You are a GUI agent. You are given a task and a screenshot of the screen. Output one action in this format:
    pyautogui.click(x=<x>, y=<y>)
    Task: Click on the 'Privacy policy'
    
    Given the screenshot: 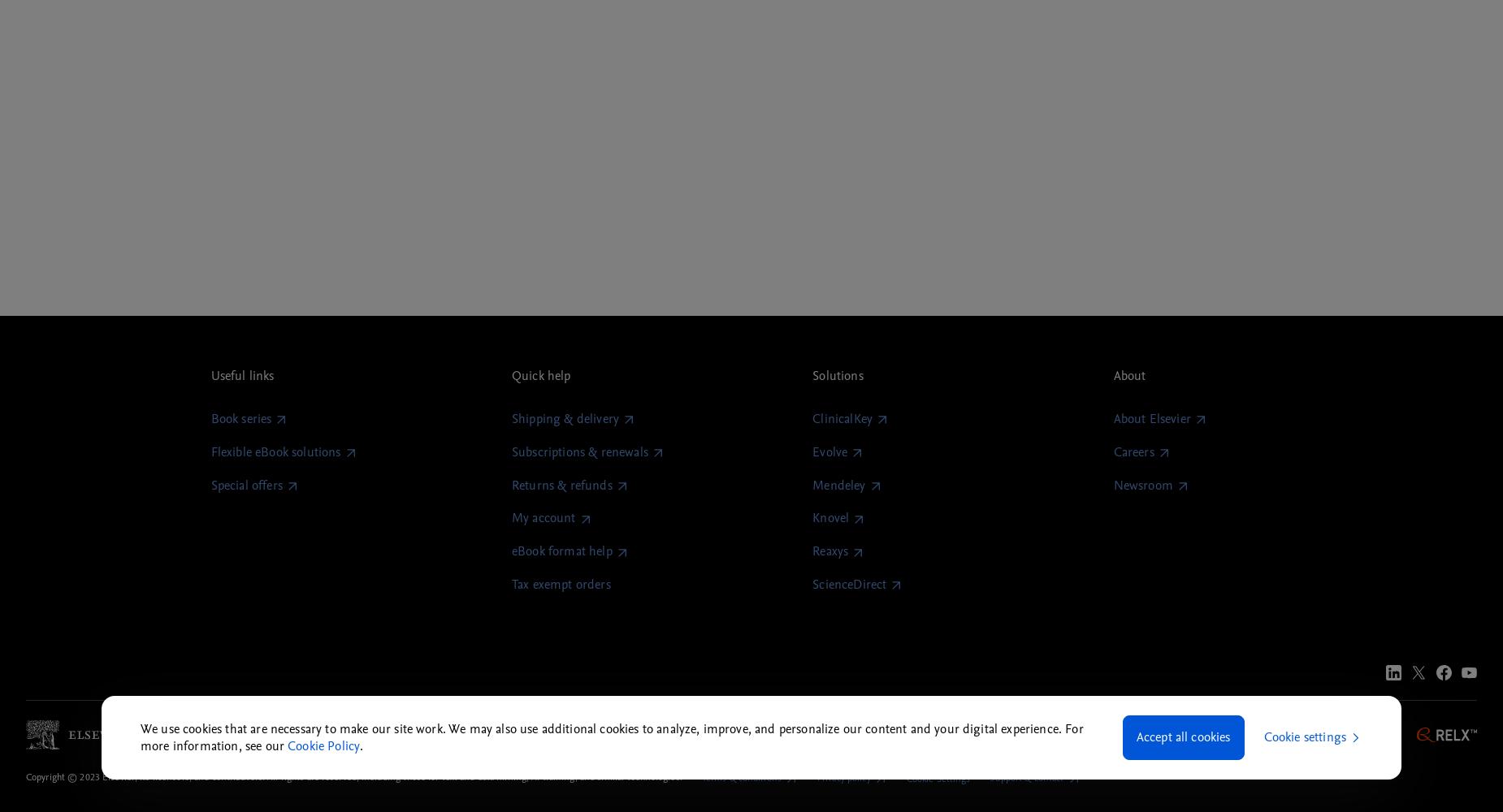 What is the action you would take?
    pyautogui.click(x=815, y=777)
    